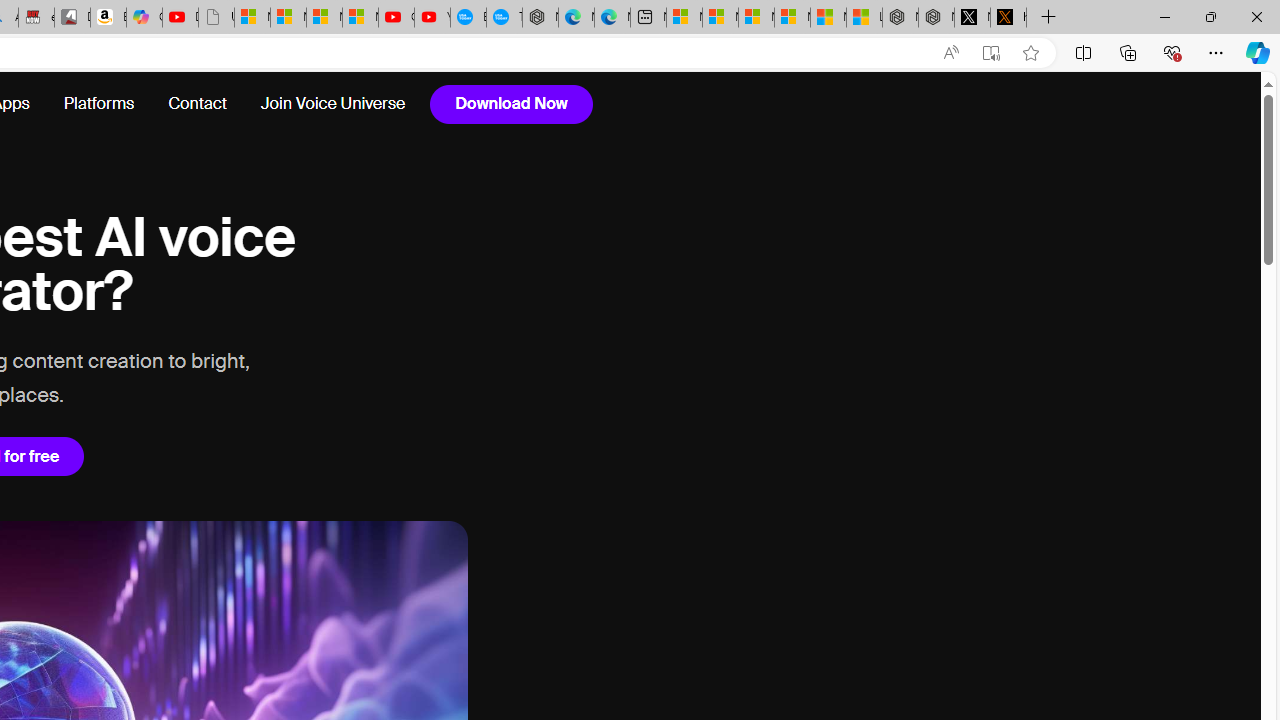 The image size is (1280, 720). What do you see at coordinates (396, 17) in the screenshot?
I see `'Gloom - YouTube'` at bounding box center [396, 17].